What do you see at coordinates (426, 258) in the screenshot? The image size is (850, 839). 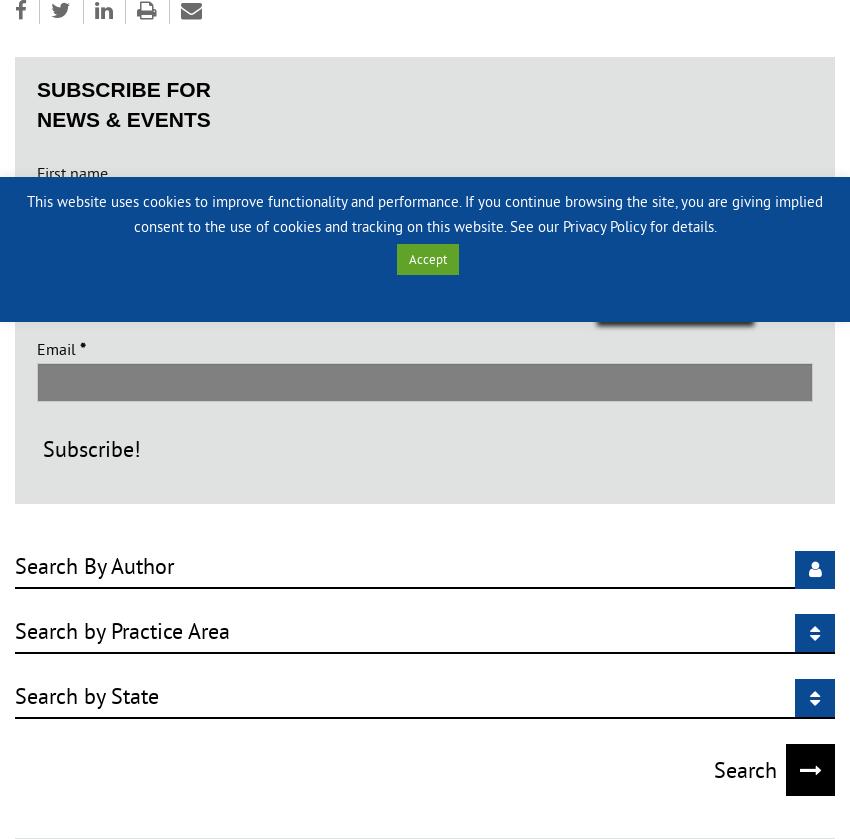 I see `'Accept'` at bounding box center [426, 258].